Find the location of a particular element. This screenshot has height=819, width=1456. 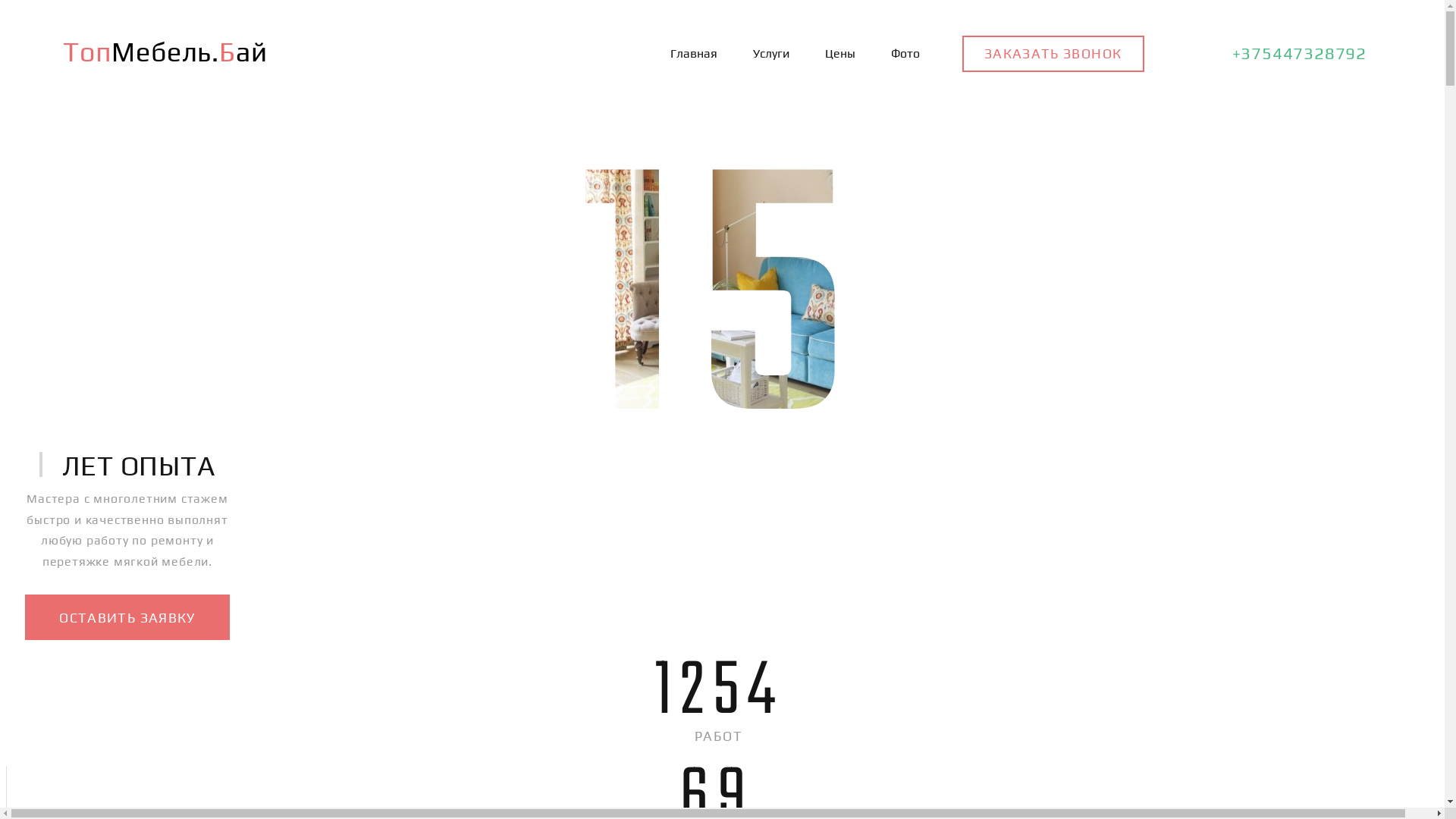

'+375447328792' is located at coordinates (1266, 52).